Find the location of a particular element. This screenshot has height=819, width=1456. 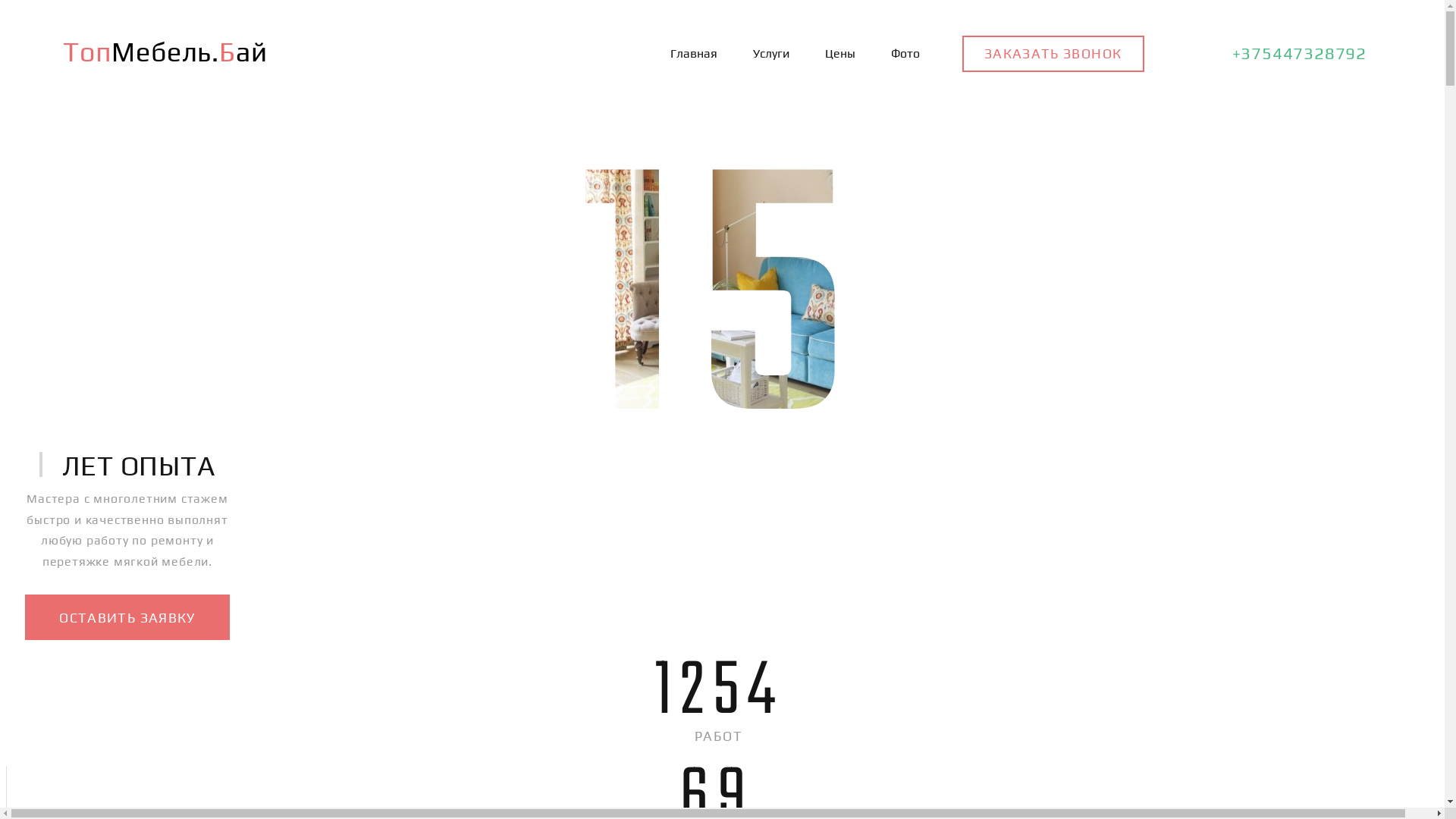

'+375447328792' is located at coordinates (1266, 52).